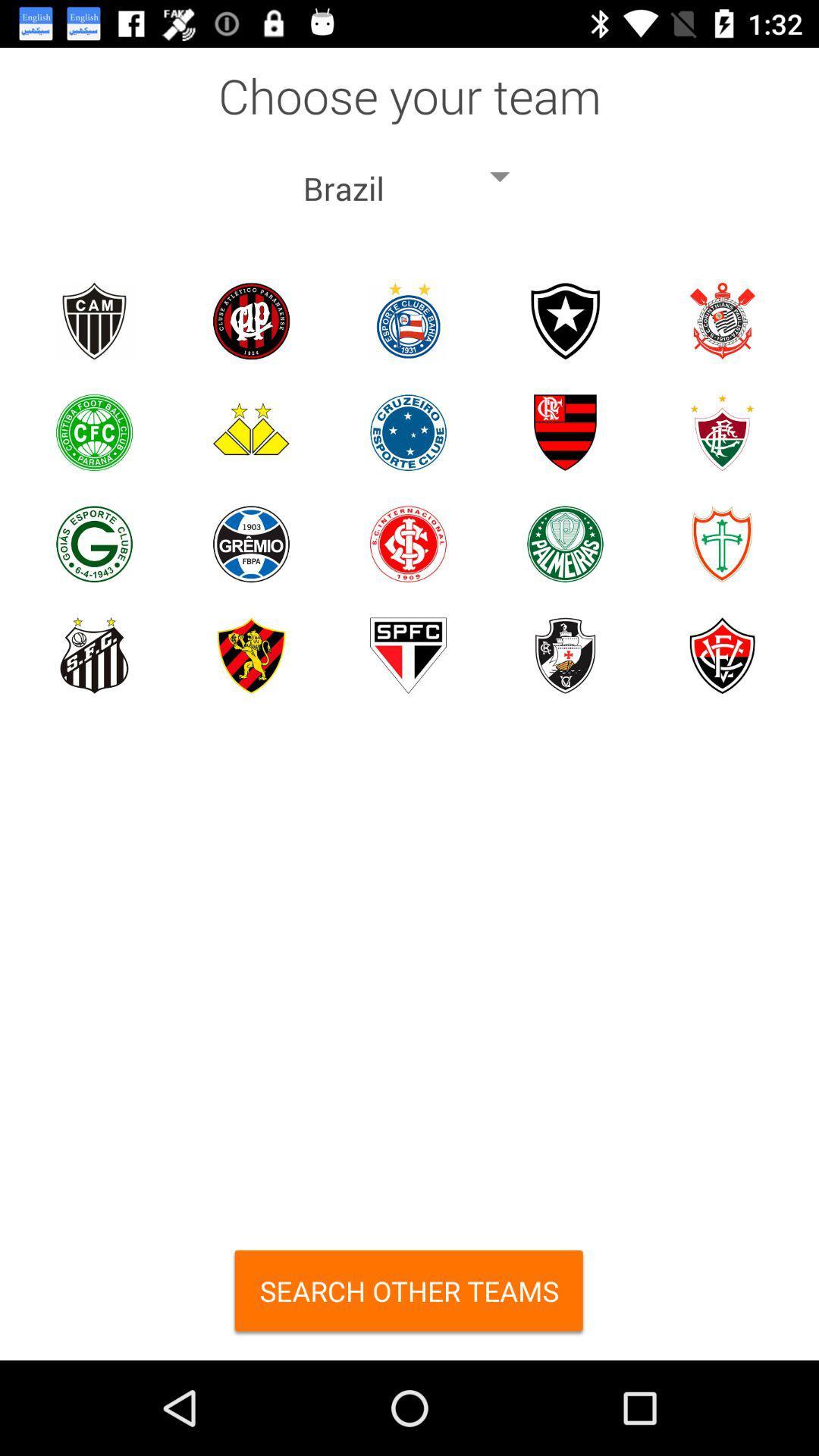 This screenshot has height=1456, width=819. Describe the element at coordinates (721, 655) in the screenshot. I see `the fourth row last logo` at that location.